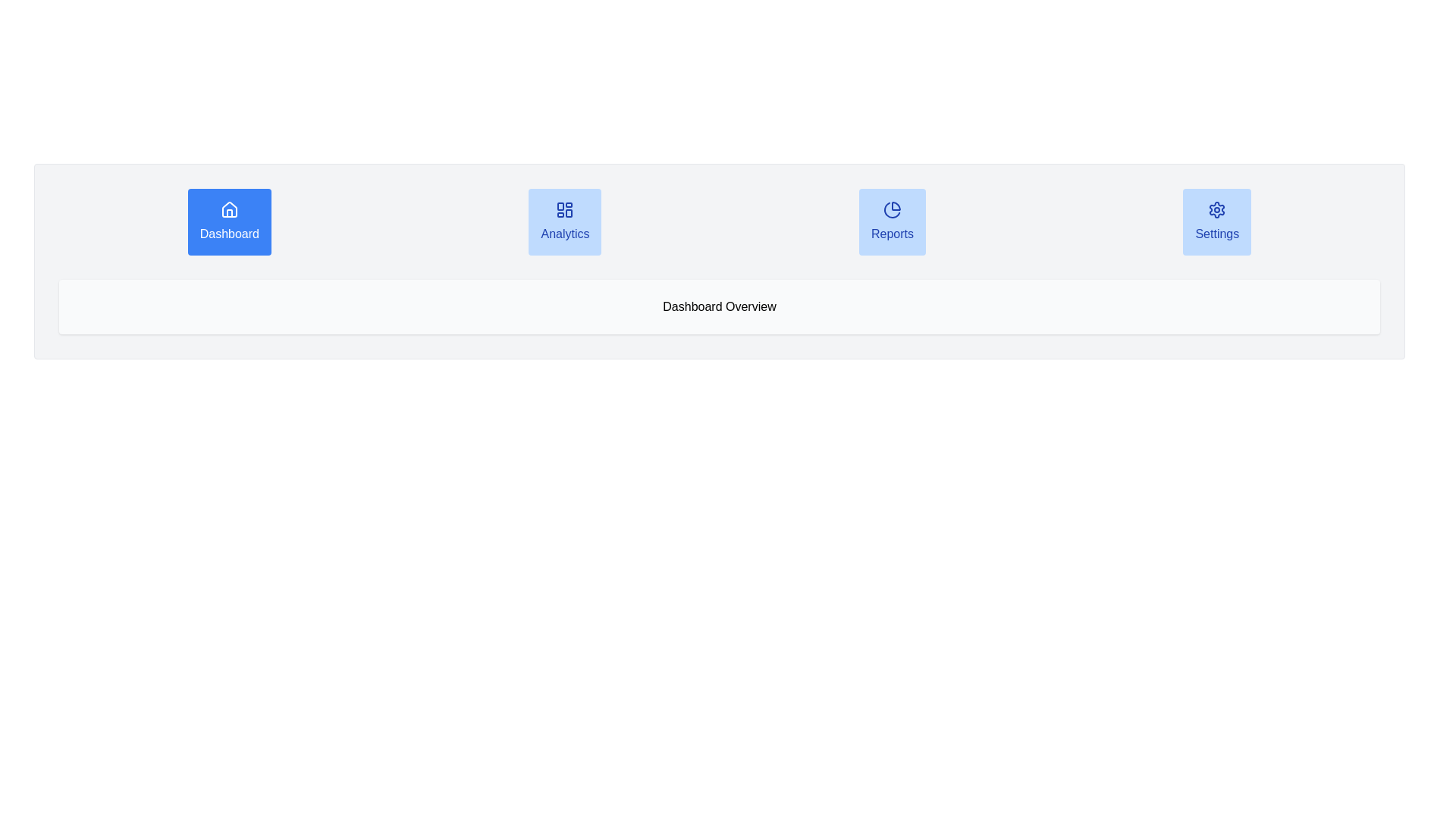 The width and height of the screenshot is (1456, 819). Describe the element at coordinates (228, 210) in the screenshot. I see `the 'Dashboard' navigation button icon located at the top-left section of the horizontal navigation bar, which is visually represented by an icon centered above the text 'Dashboard.'` at that location.